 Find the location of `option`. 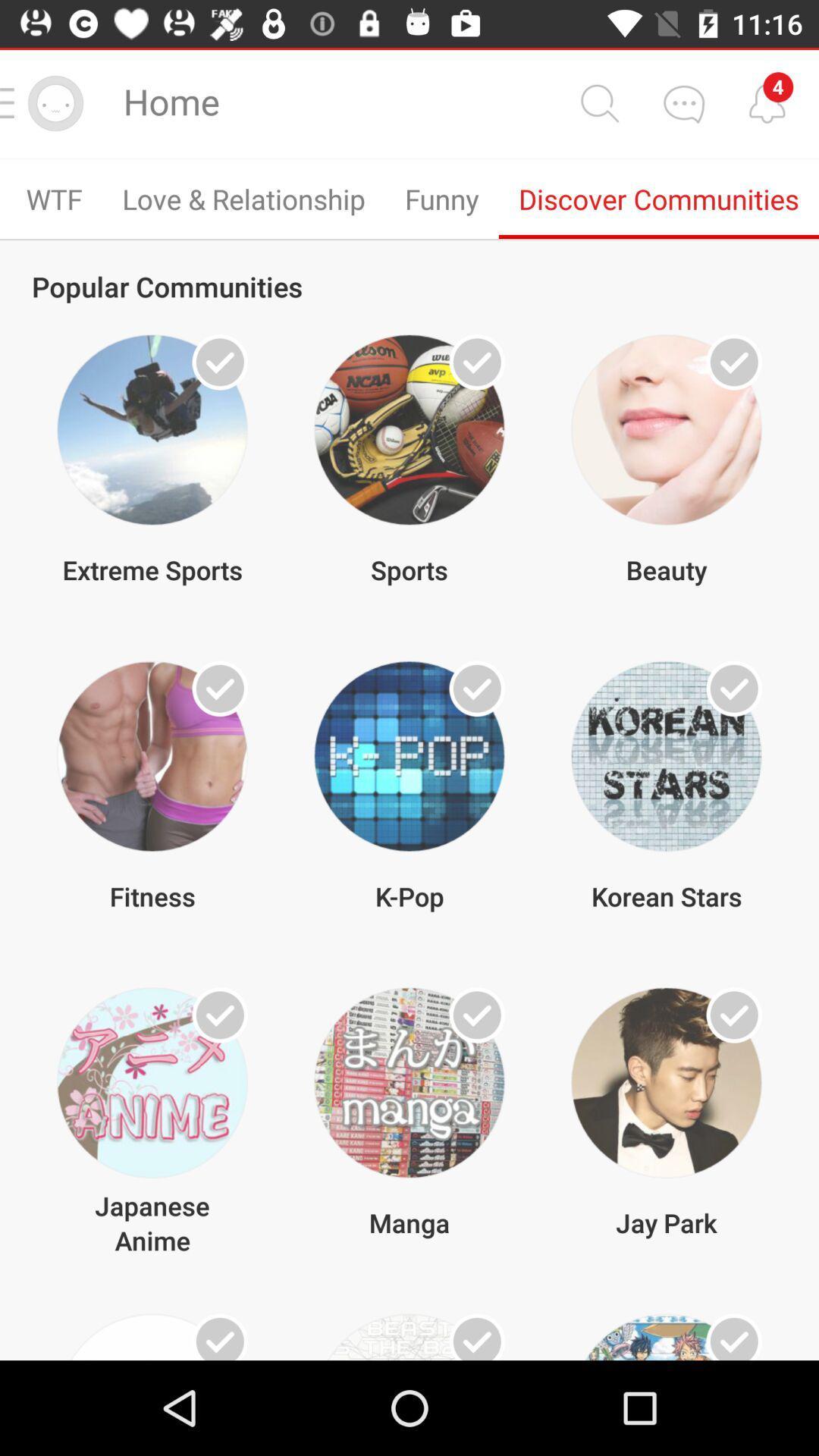

option is located at coordinates (220, 361).